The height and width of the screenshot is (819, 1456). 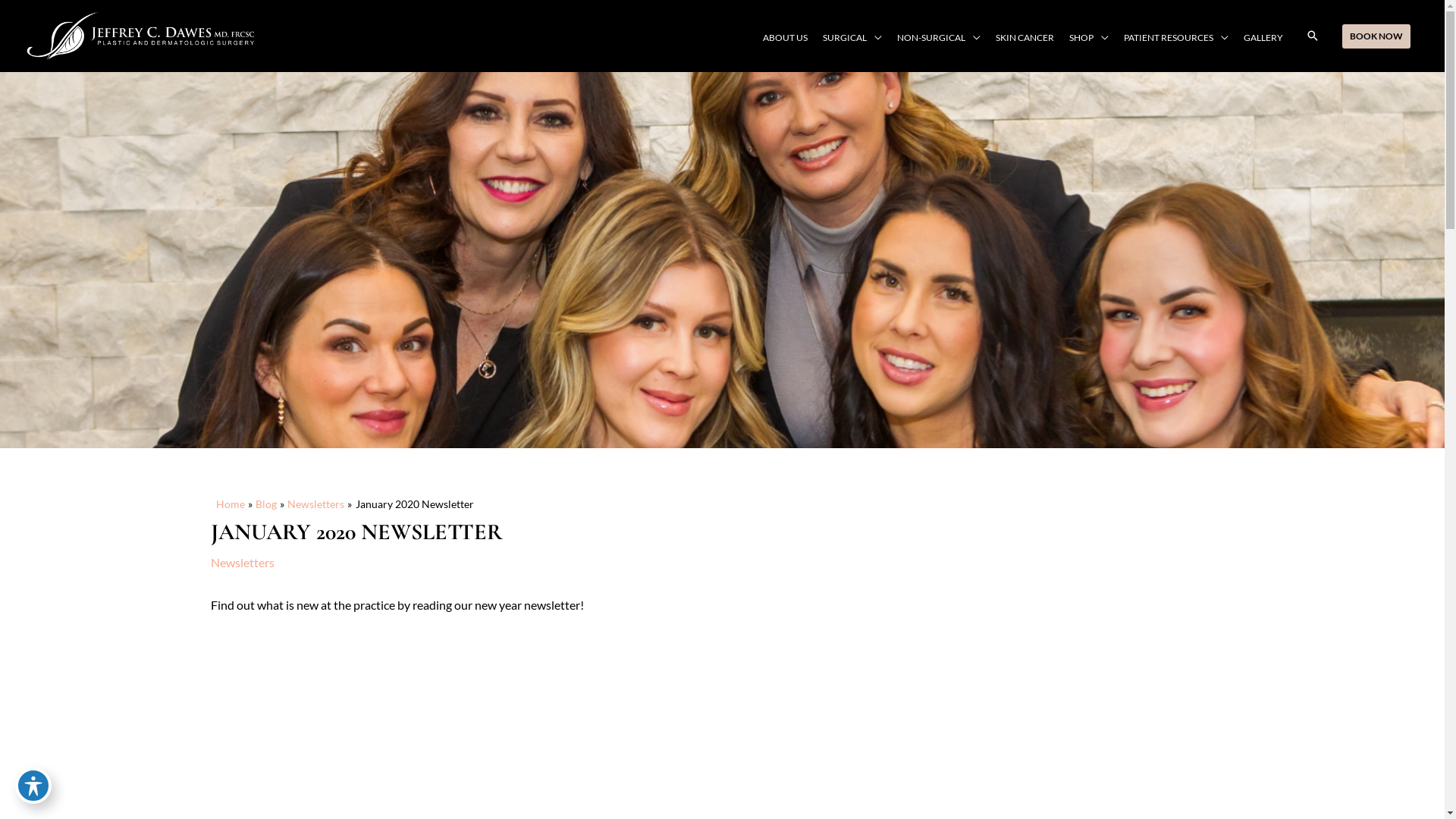 What do you see at coordinates (228, 504) in the screenshot?
I see `'Home'` at bounding box center [228, 504].